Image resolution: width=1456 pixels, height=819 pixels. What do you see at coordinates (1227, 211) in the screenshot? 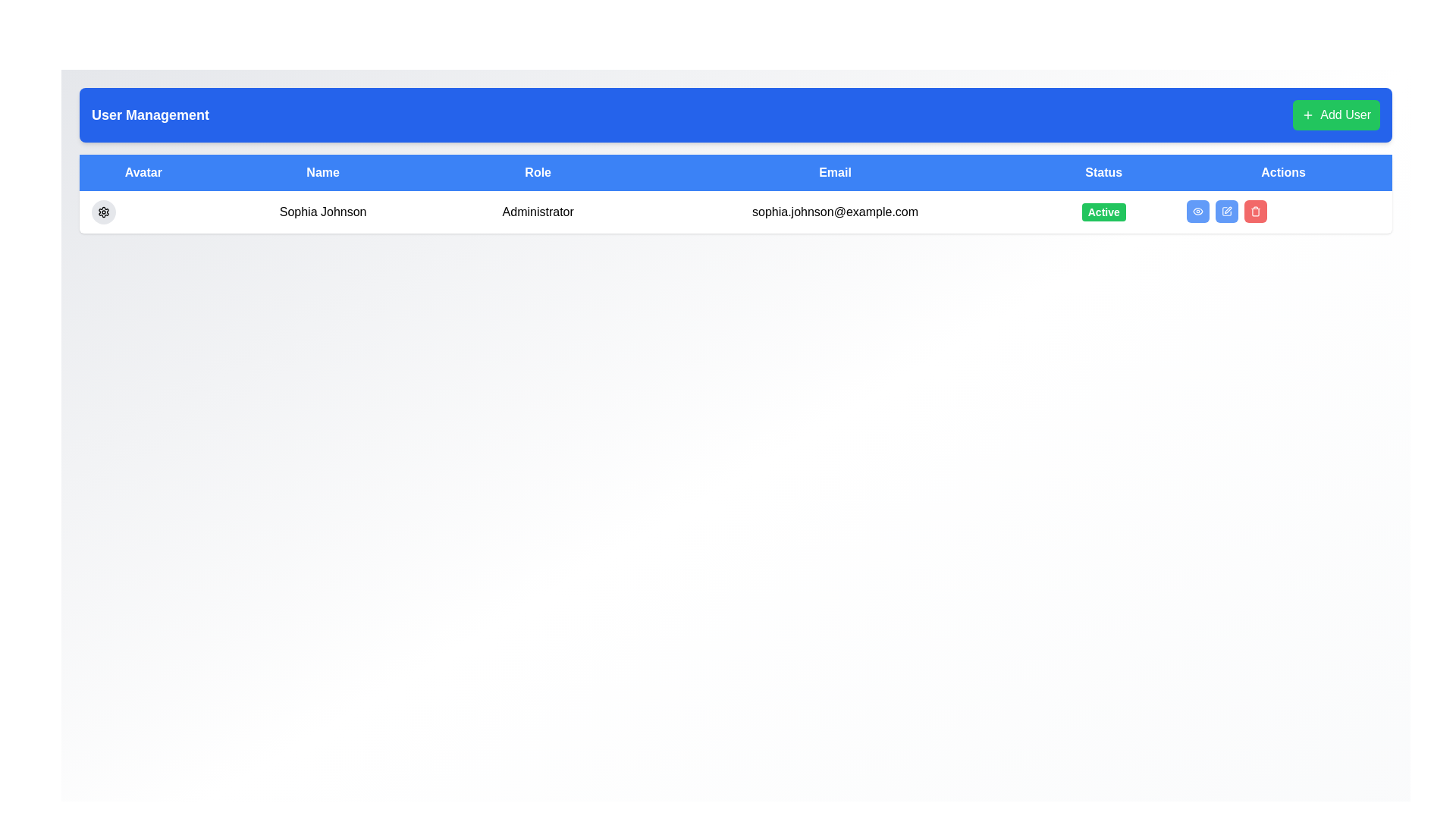
I see `the edit button located in the third column of the 'Actions' section, which is the second interactive button from the left` at bounding box center [1227, 211].